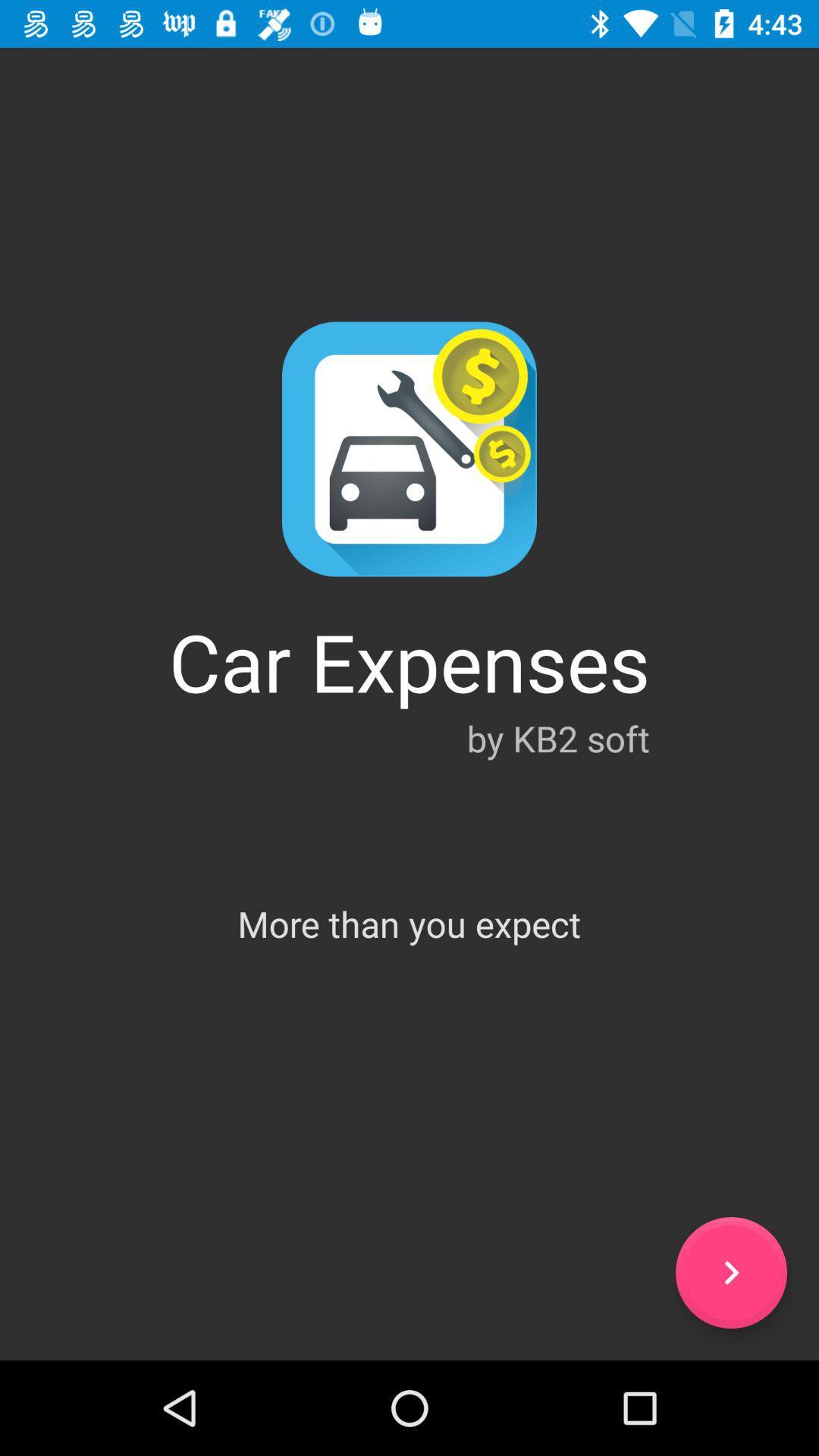 The height and width of the screenshot is (1456, 819). I want to click on the arrow_forward icon, so click(730, 1272).